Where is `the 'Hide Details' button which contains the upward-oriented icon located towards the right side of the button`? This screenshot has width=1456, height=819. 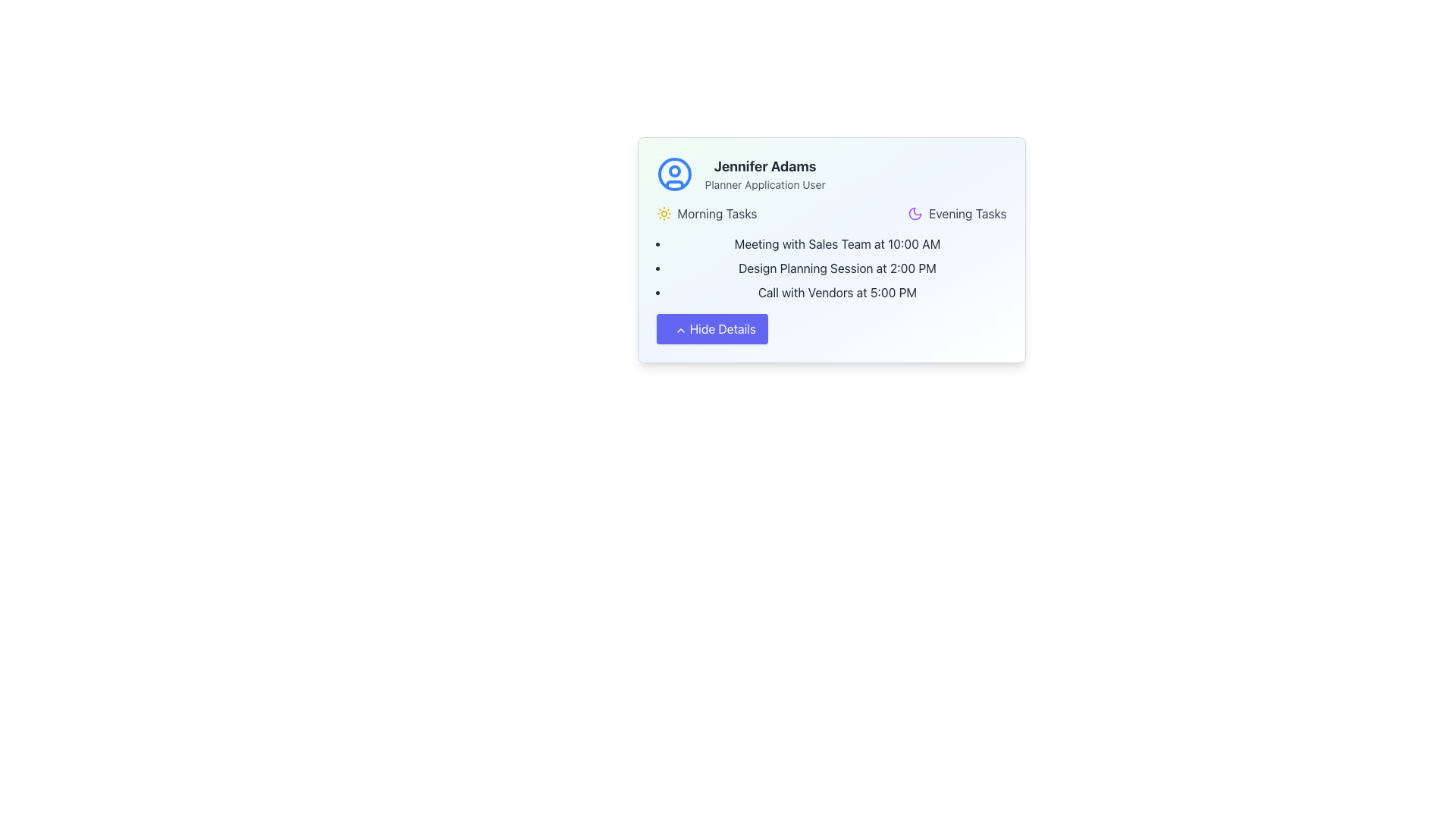 the 'Hide Details' button which contains the upward-oriented icon located towards the right side of the button is located at coordinates (679, 329).